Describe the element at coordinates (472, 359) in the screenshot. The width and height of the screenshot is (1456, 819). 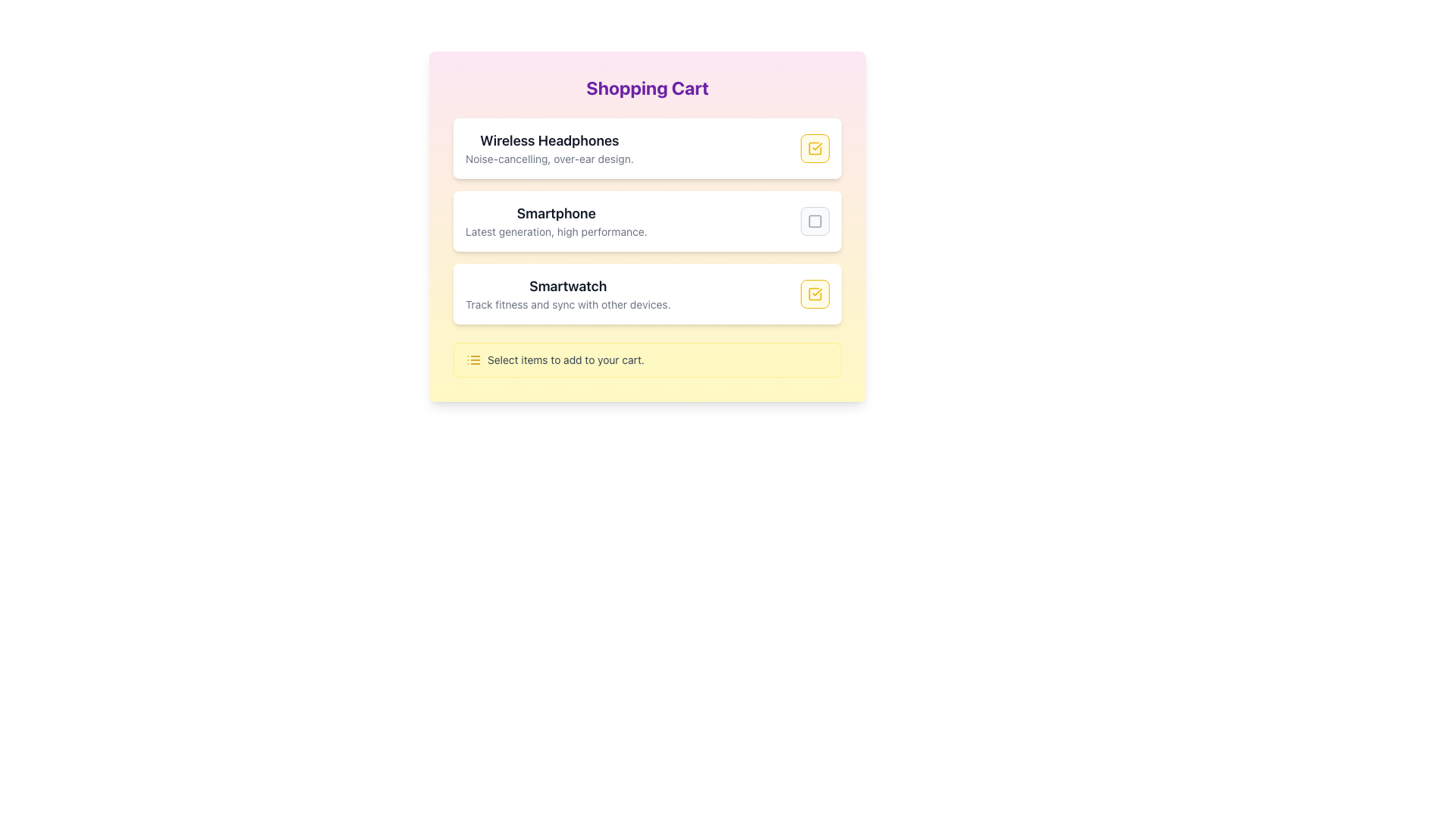
I see `the list icon located on the left side within a yellow-highlighted box near the bottom of the visible interface, adjacent to the instructional text` at that location.